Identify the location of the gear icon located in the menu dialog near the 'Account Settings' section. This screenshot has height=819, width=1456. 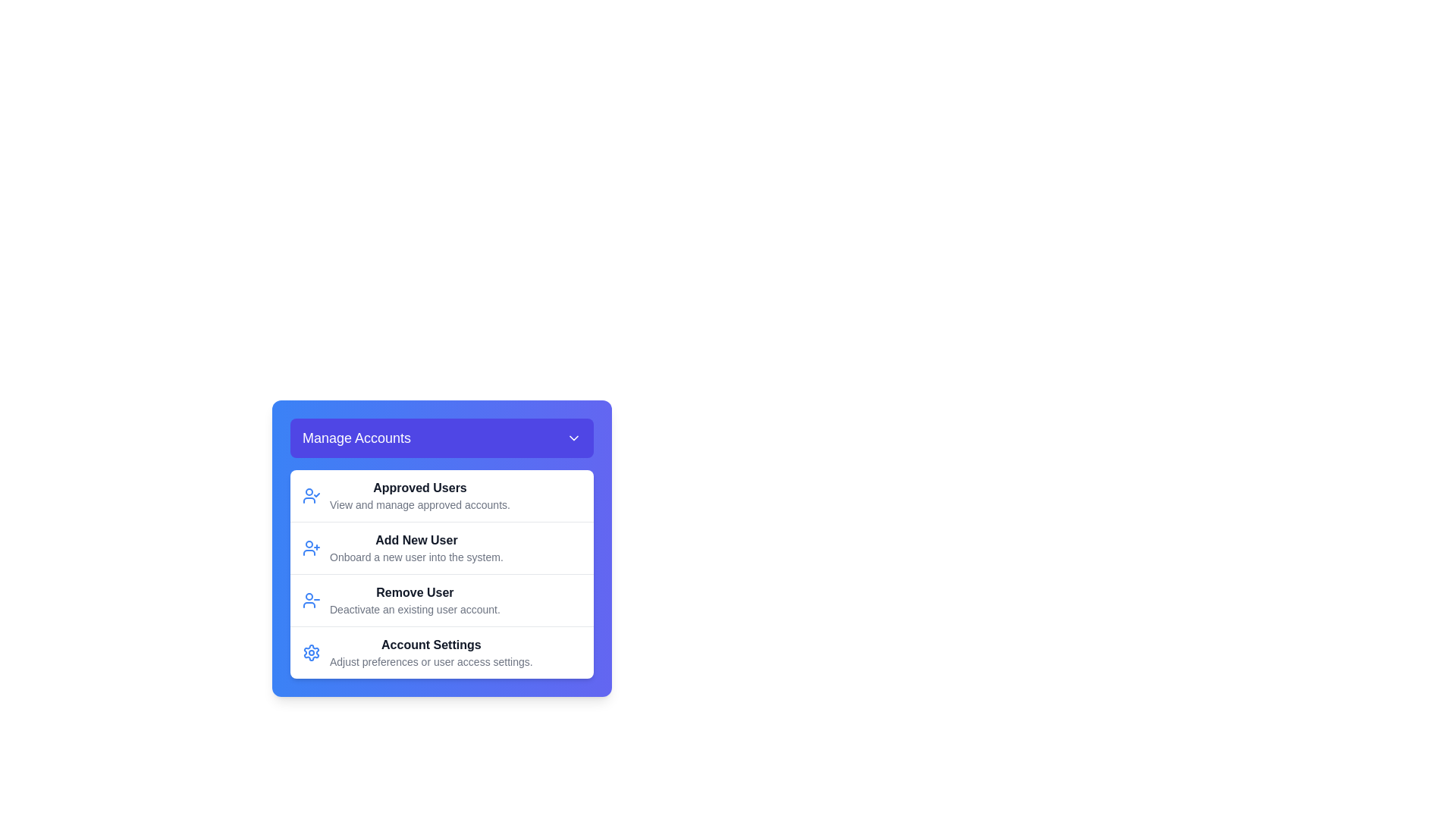
(311, 651).